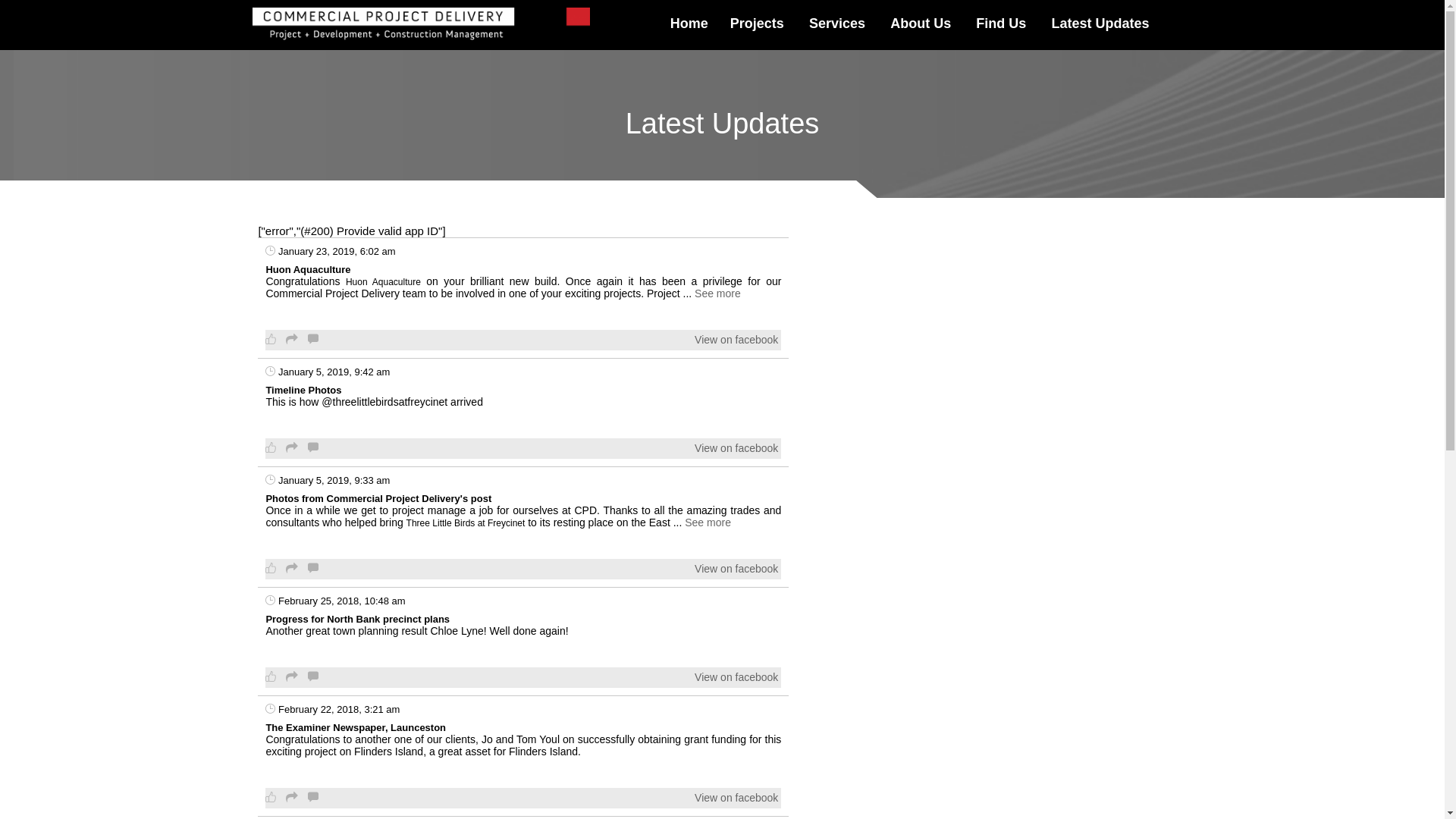 The image size is (1456, 819). Describe the element at coordinates (1100, 24) in the screenshot. I see `'Latest Updates'` at that location.